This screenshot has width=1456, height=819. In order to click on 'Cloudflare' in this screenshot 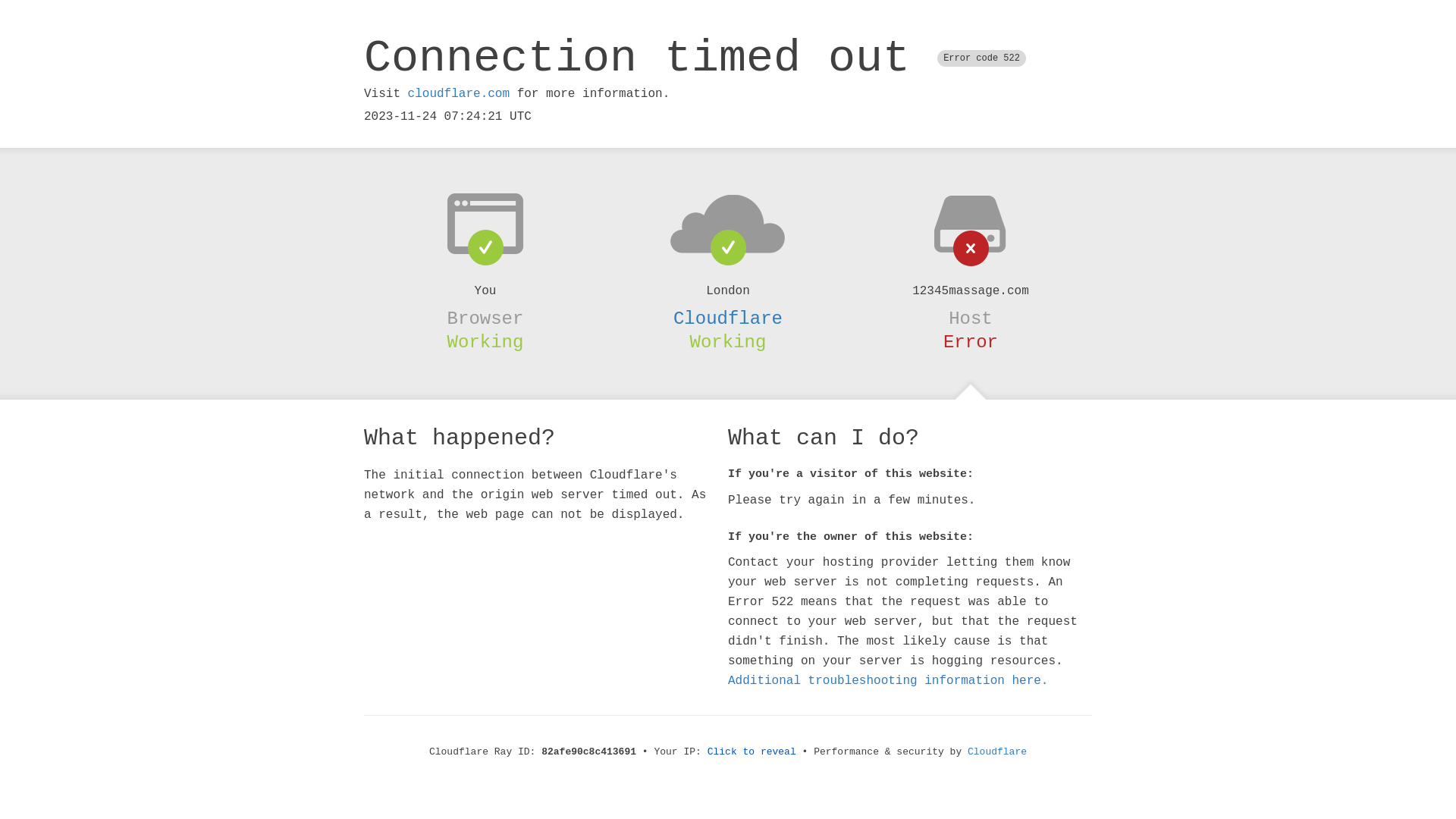, I will do `click(967, 752)`.